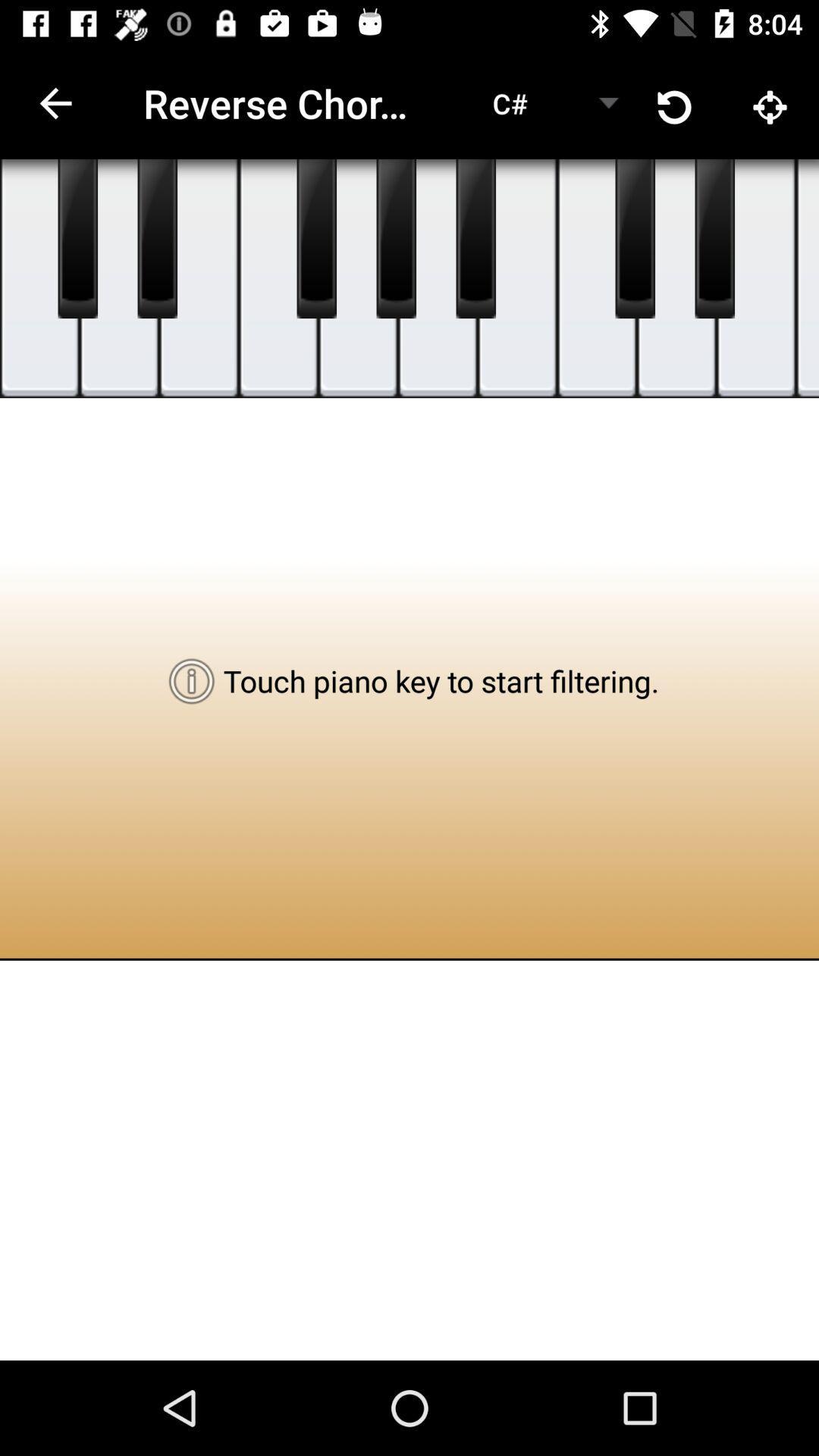 The width and height of the screenshot is (819, 1456). What do you see at coordinates (77, 238) in the screenshot?
I see `filter option` at bounding box center [77, 238].